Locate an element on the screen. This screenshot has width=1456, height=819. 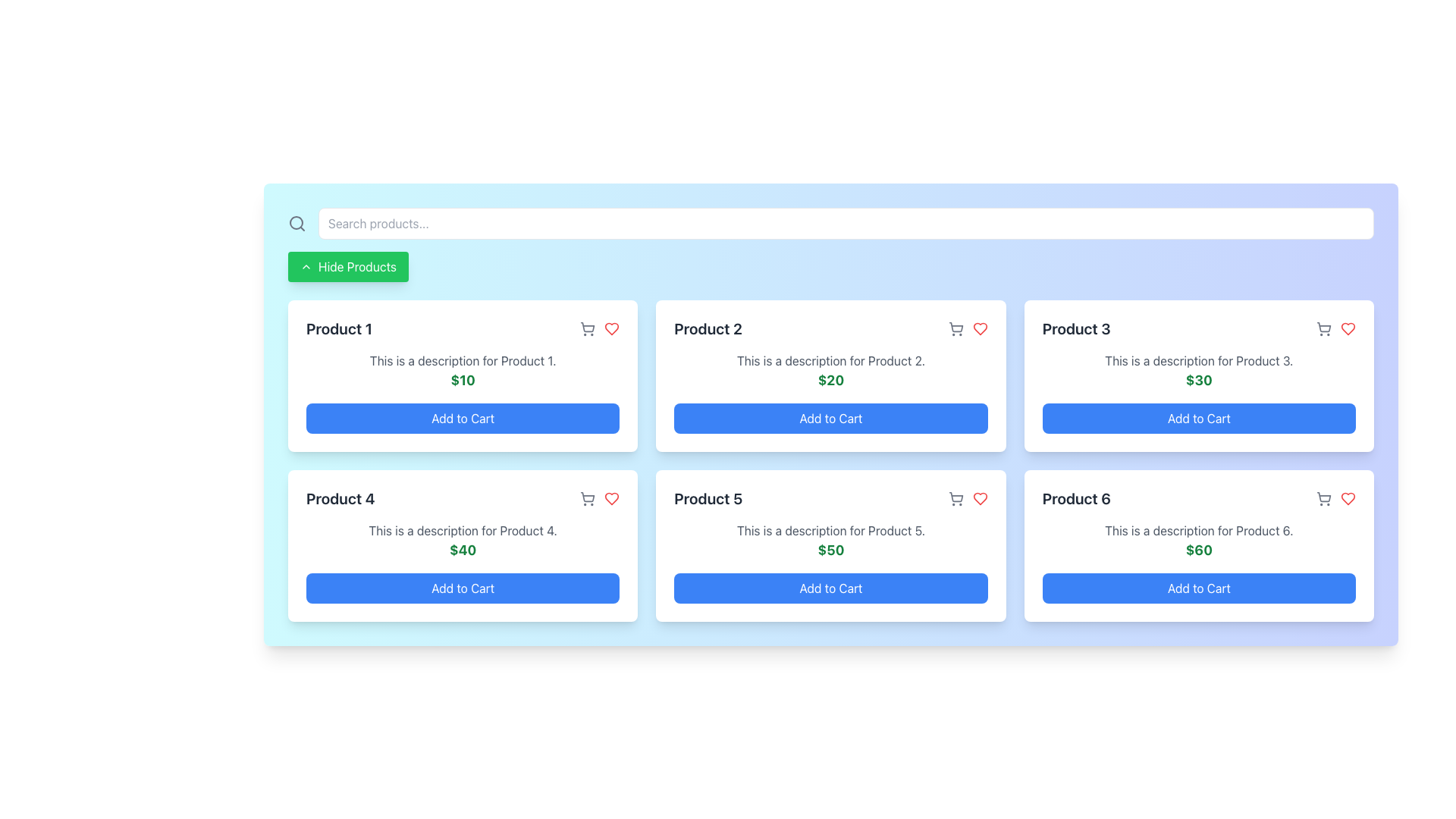
the gray shopping cart icon located in the fifth product card of the second row is located at coordinates (955, 499).